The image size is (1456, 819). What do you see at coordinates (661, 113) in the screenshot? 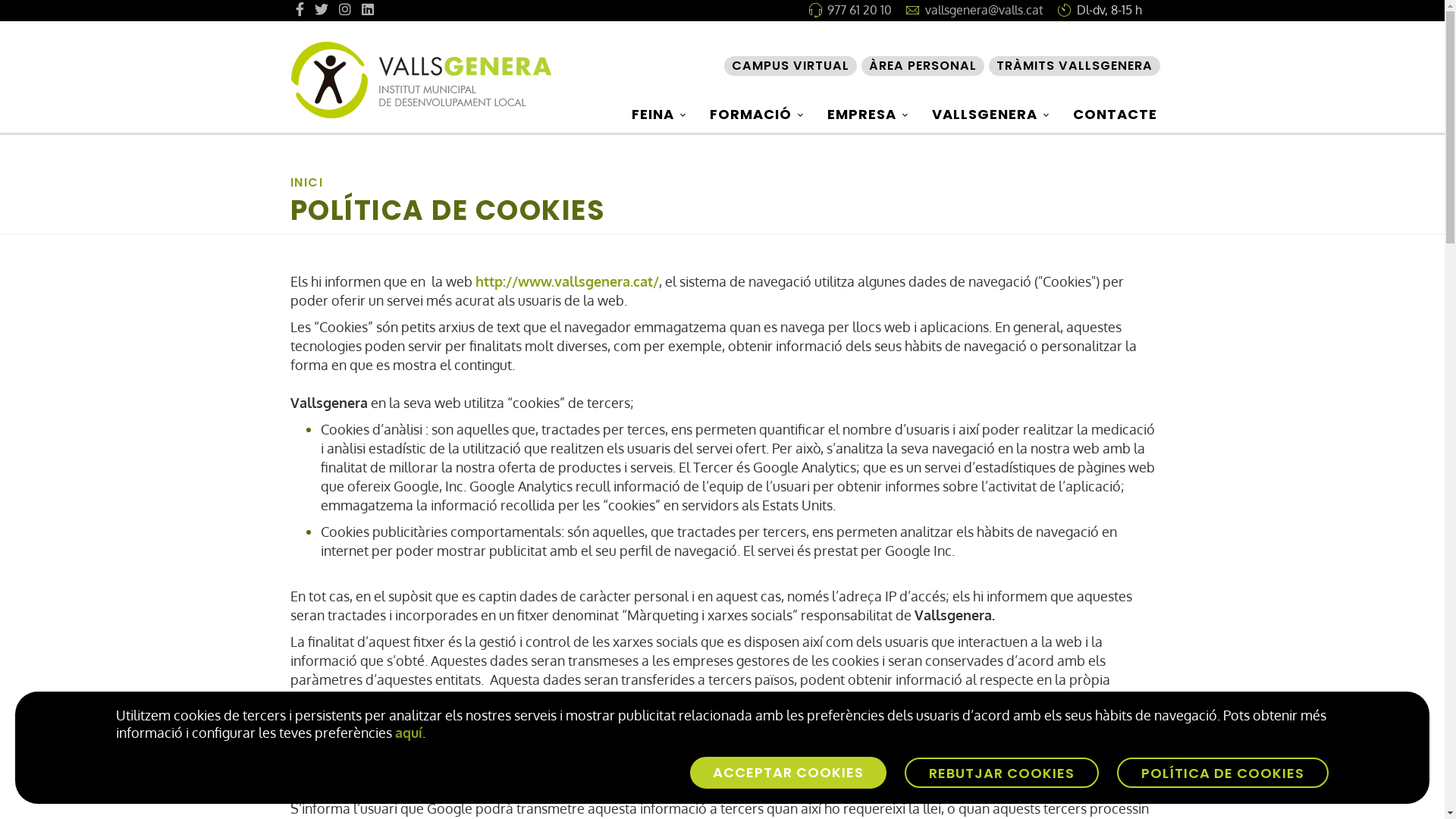
I see `'FEINA'` at bounding box center [661, 113].